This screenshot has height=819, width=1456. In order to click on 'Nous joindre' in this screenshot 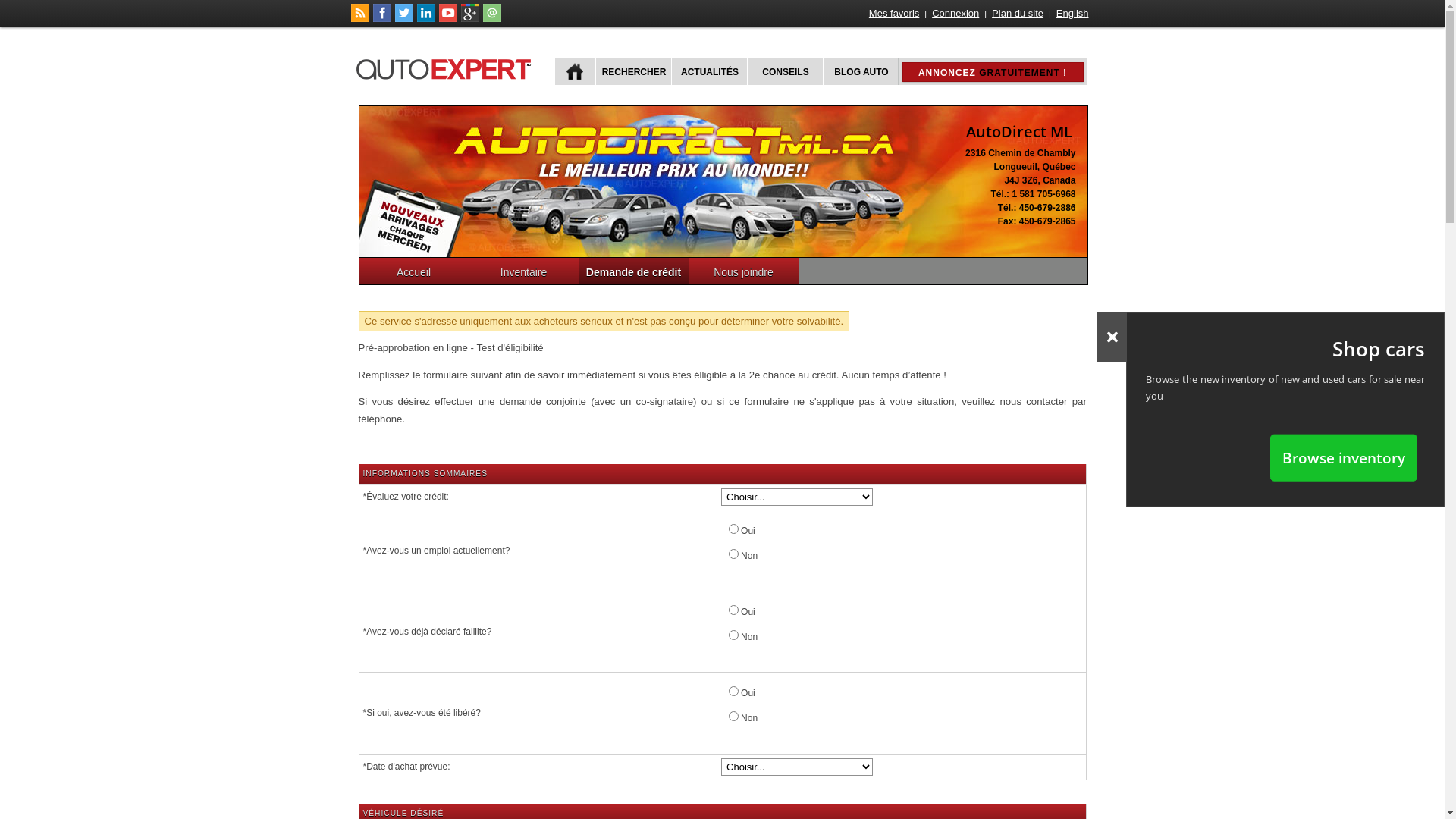, I will do `click(743, 270)`.